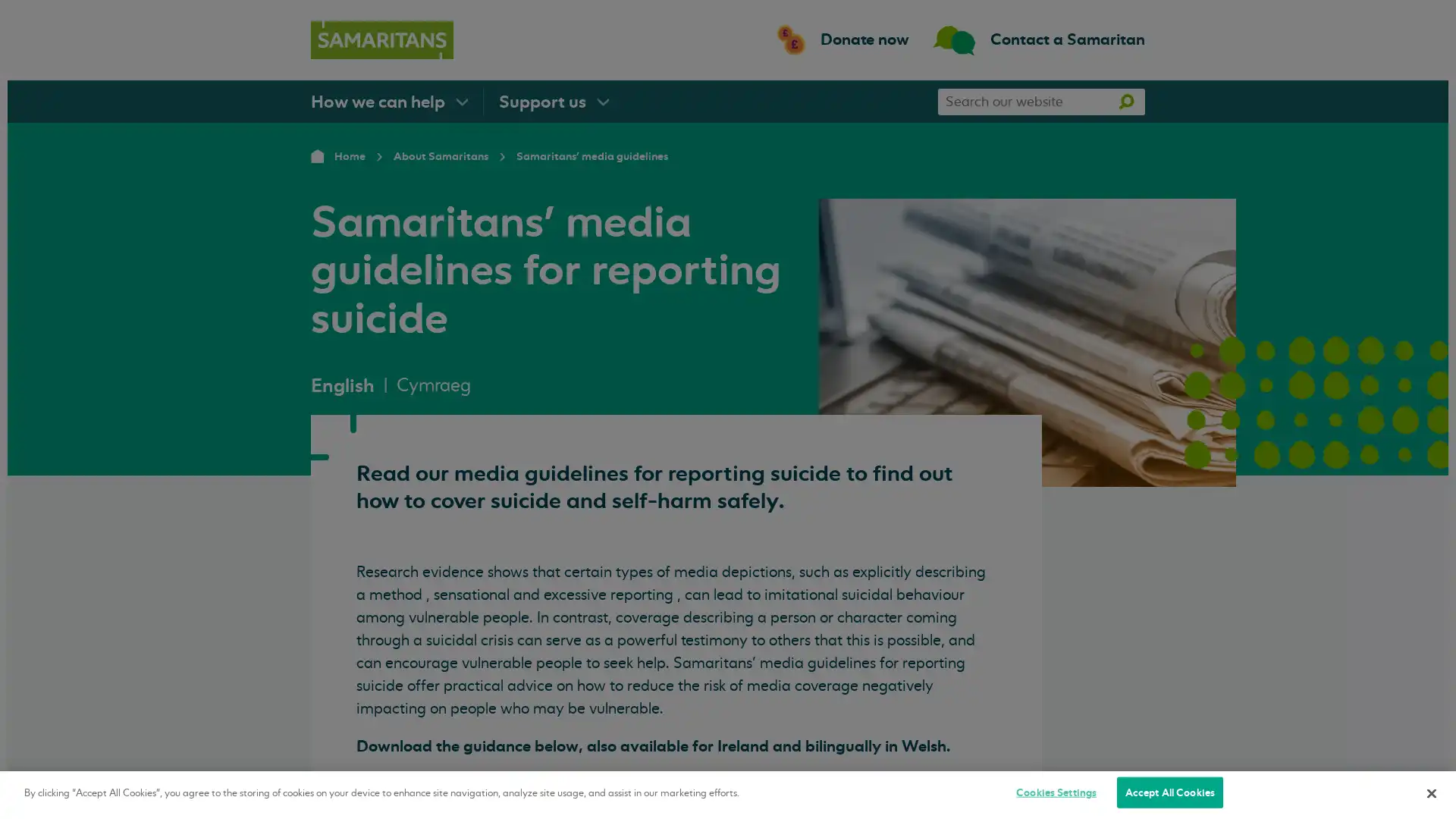 This screenshot has height=819, width=1456. What do you see at coordinates (1169, 792) in the screenshot?
I see `Accept All Cookies` at bounding box center [1169, 792].